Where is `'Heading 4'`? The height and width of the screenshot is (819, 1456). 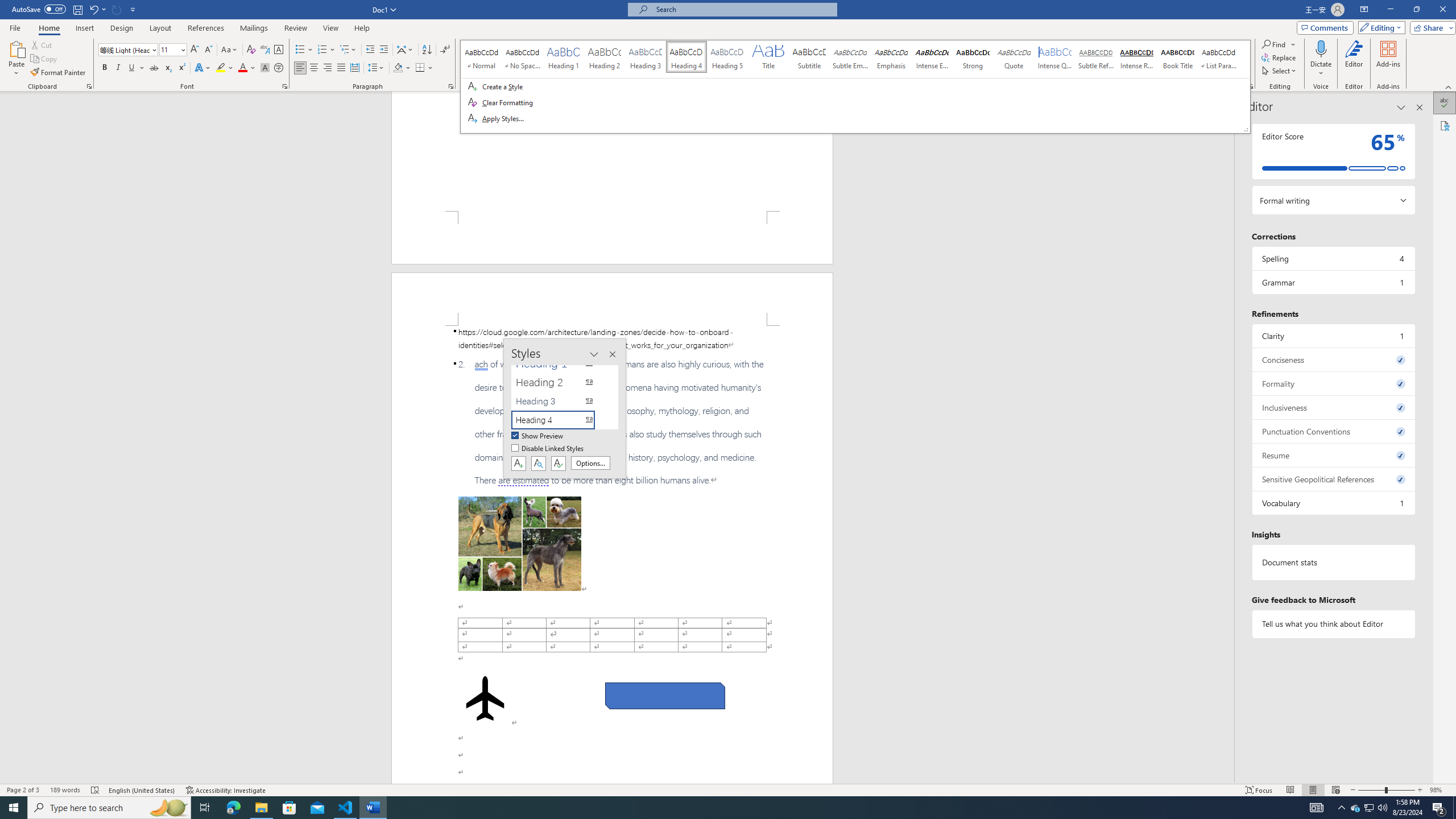 'Heading 4' is located at coordinates (559, 419).